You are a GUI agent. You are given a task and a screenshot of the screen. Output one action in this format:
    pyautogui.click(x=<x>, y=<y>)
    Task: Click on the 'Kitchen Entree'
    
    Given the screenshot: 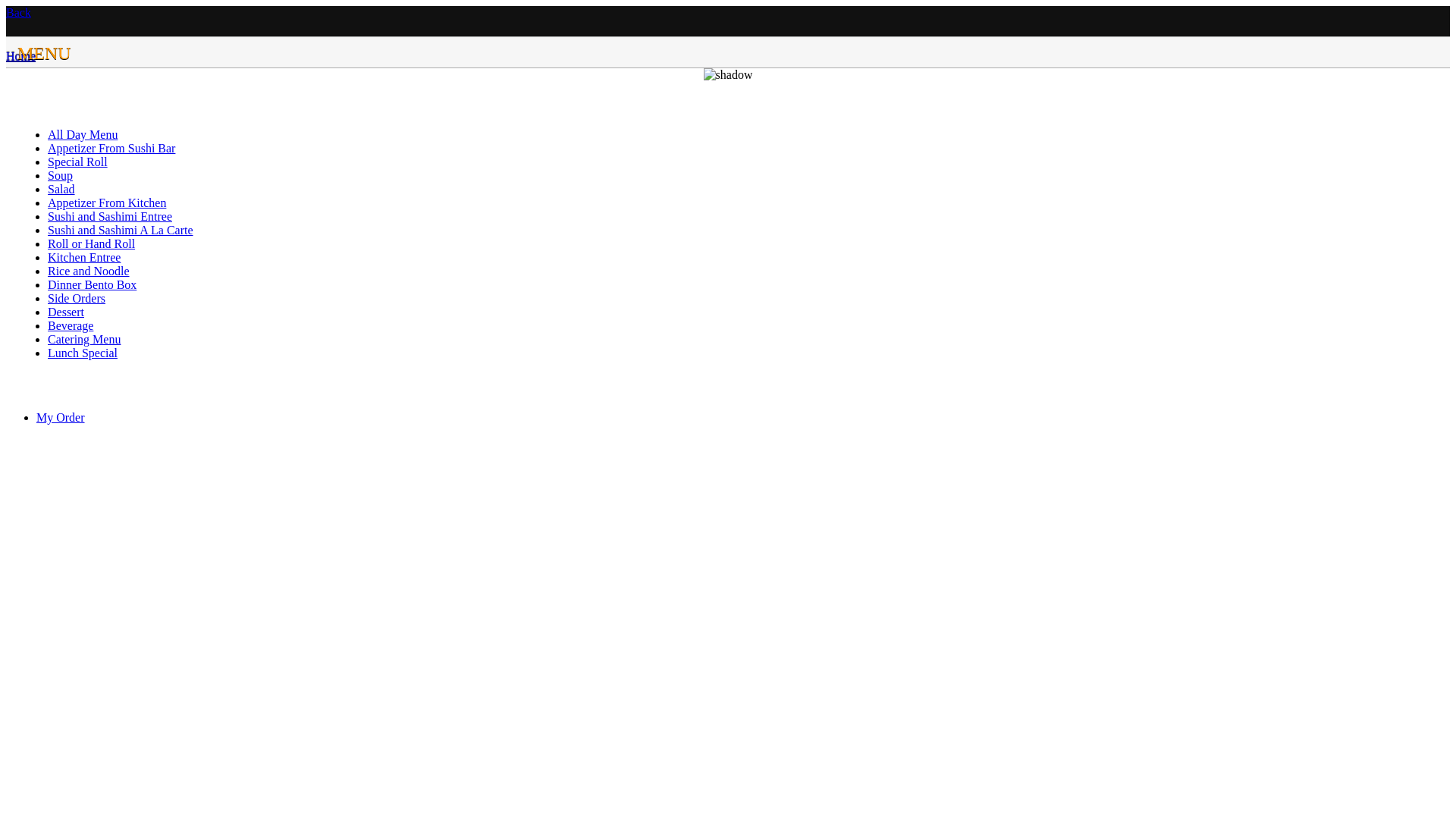 What is the action you would take?
    pyautogui.click(x=83, y=256)
    